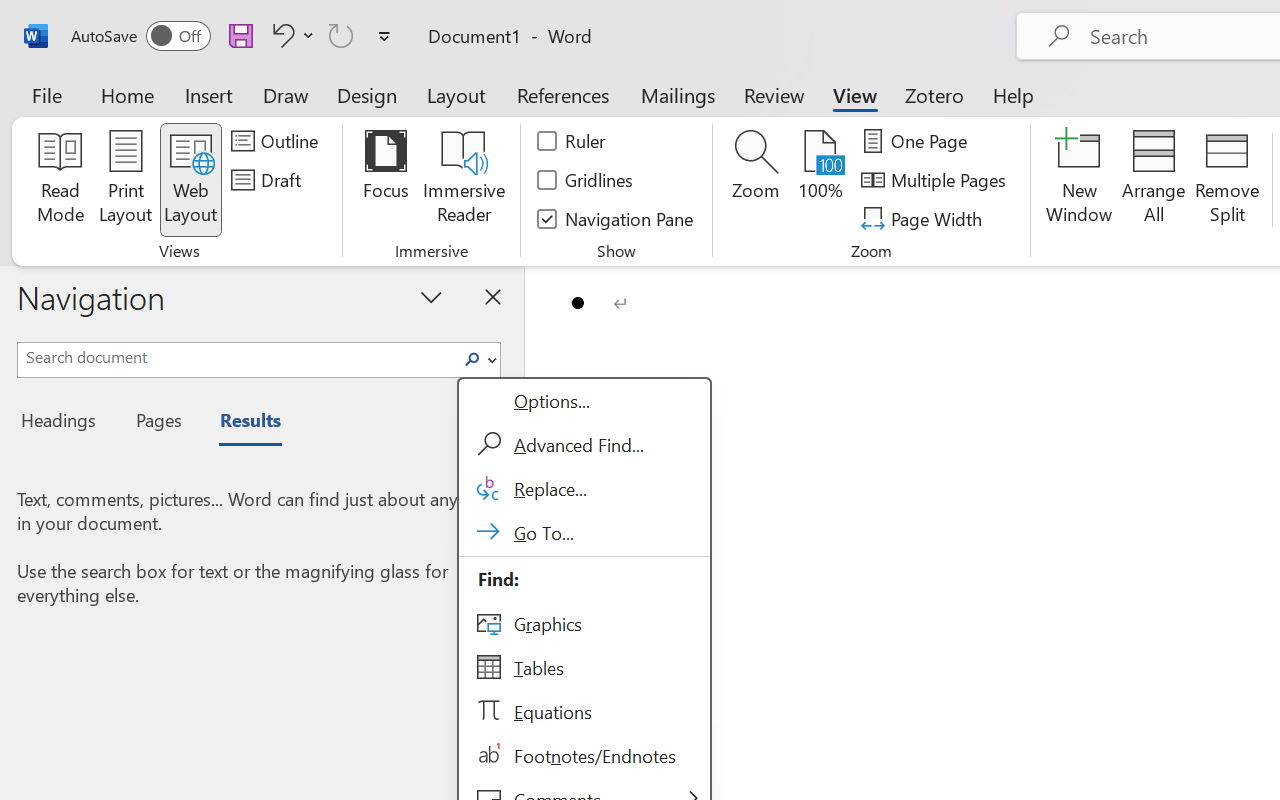 The image size is (1280, 800). What do you see at coordinates (155, 423) in the screenshot?
I see `'Pages'` at bounding box center [155, 423].